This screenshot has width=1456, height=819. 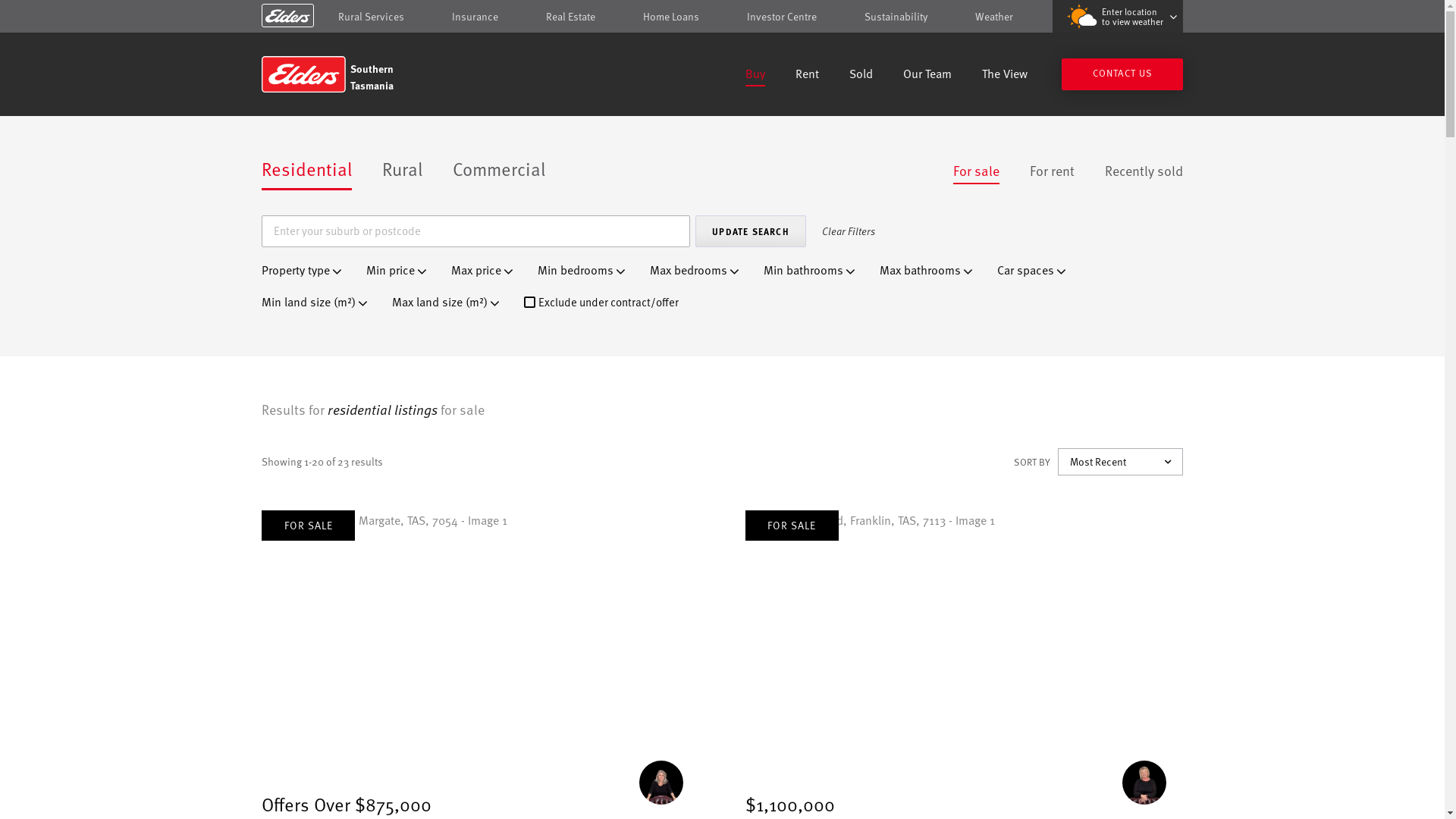 What do you see at coordinates (0, 17) in the screenshot?
I see `'Skip to content'` at bounding box center [0, 17].